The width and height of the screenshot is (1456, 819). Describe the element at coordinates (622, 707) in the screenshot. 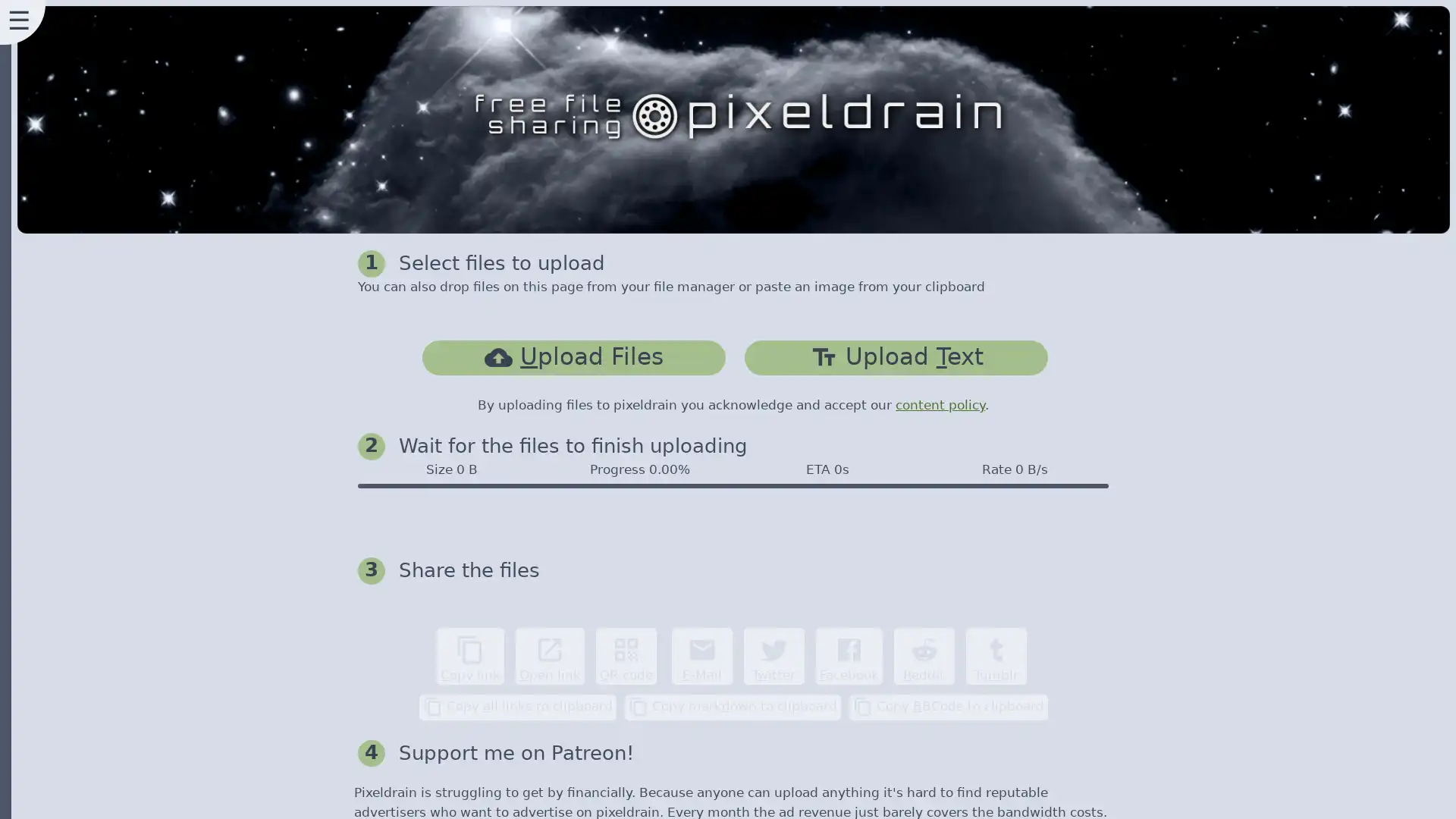

I see `content_copy Copy all links to clipboard` at that location.